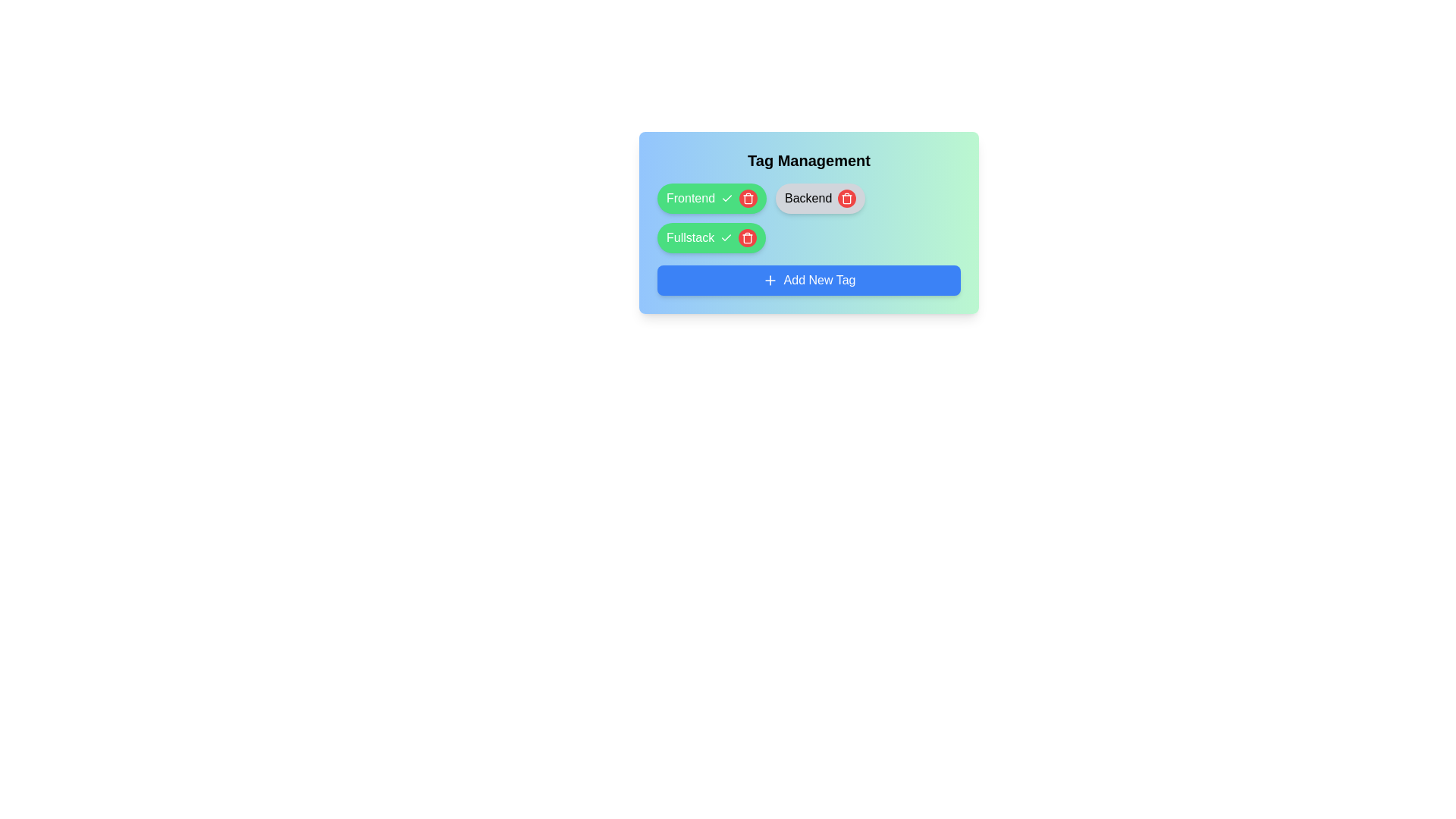 Image resolution: width=1456 pixels, height=819 pixels. What do you see at coordinates (748, 237) in the screenshot?
I see `the tag with label Fullstack` at bounding box center [748, 237].